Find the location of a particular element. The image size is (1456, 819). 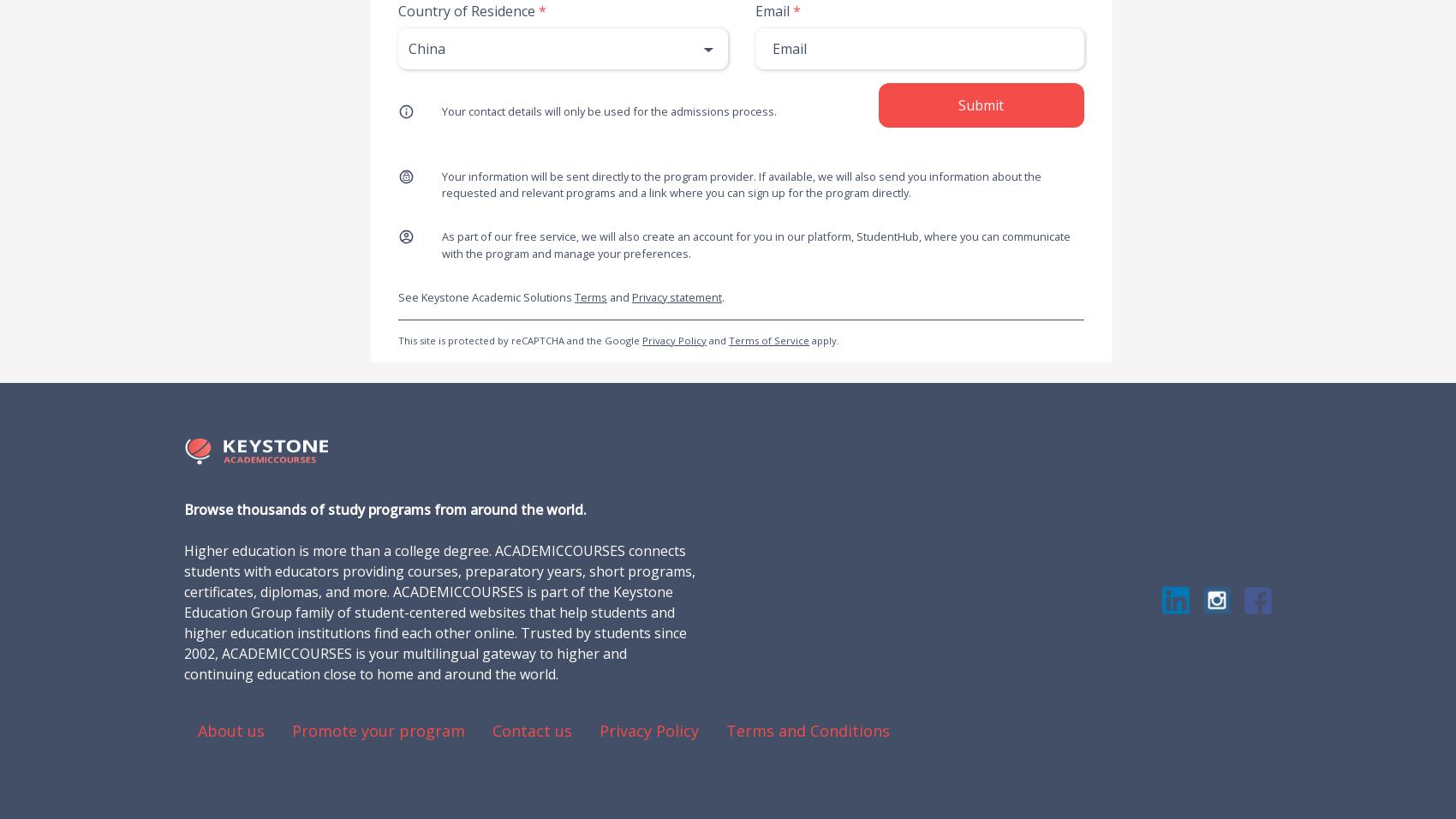

'Browse thousands of study programs from around the world.' is located at coordinates (184, 507).